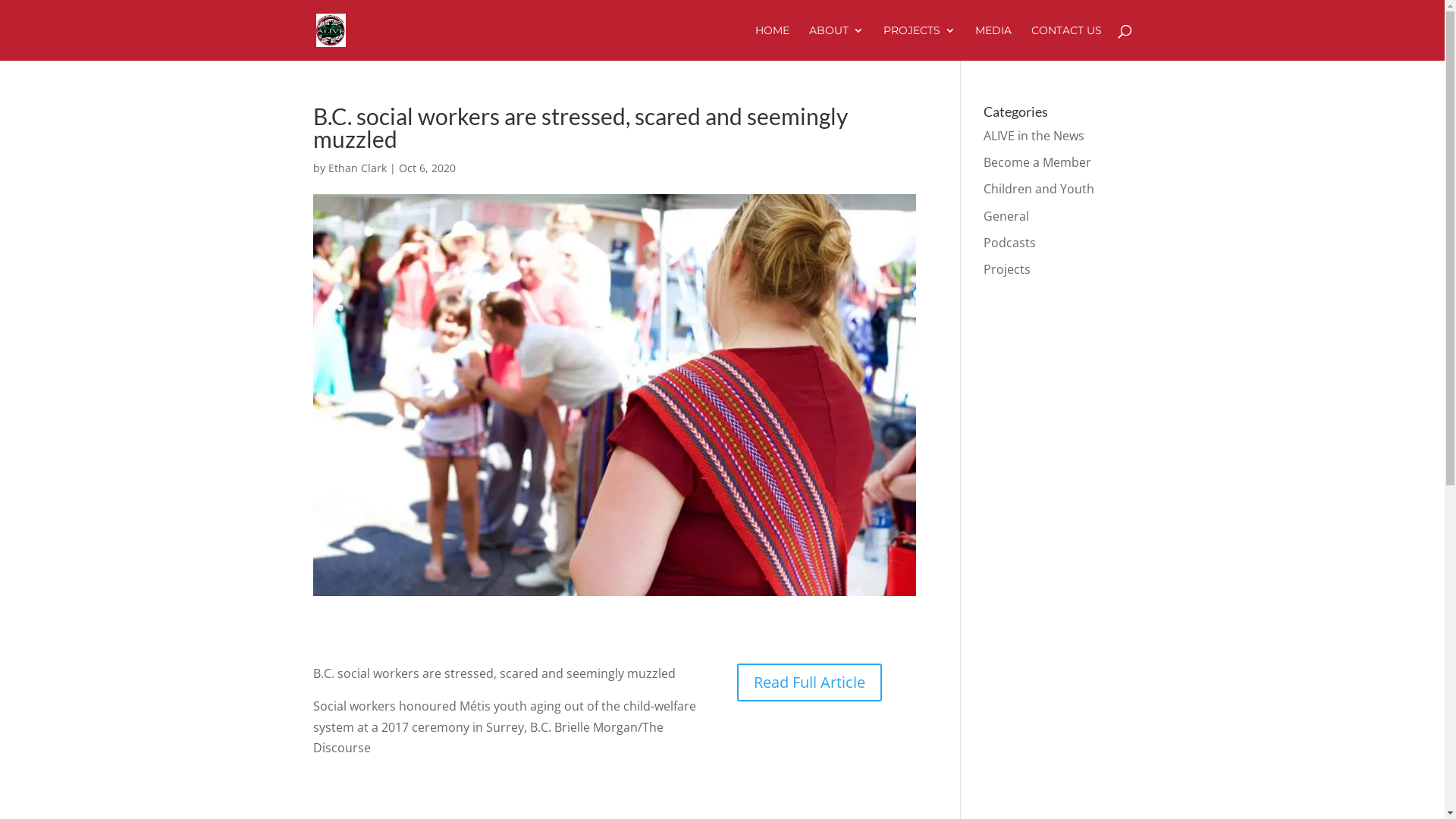  Describe the element at coordinates (835, 42) in the screenshot. I see `'ABOUT'` at that location.